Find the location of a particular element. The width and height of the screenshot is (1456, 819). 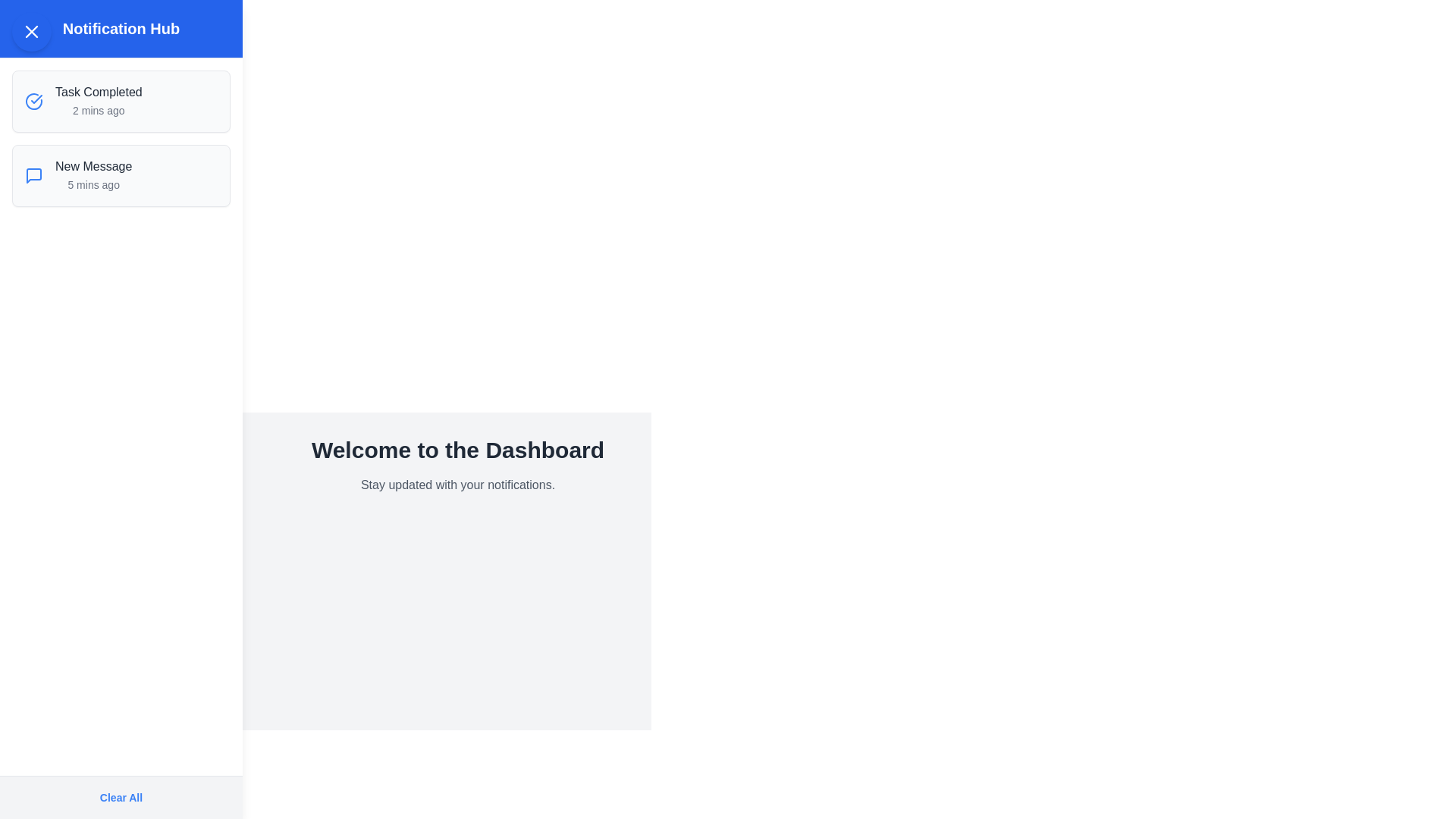

the Text label displaying a notification title and timestamp that indicates a new message received 5 minutes ago is located at coordinates (93, 174).